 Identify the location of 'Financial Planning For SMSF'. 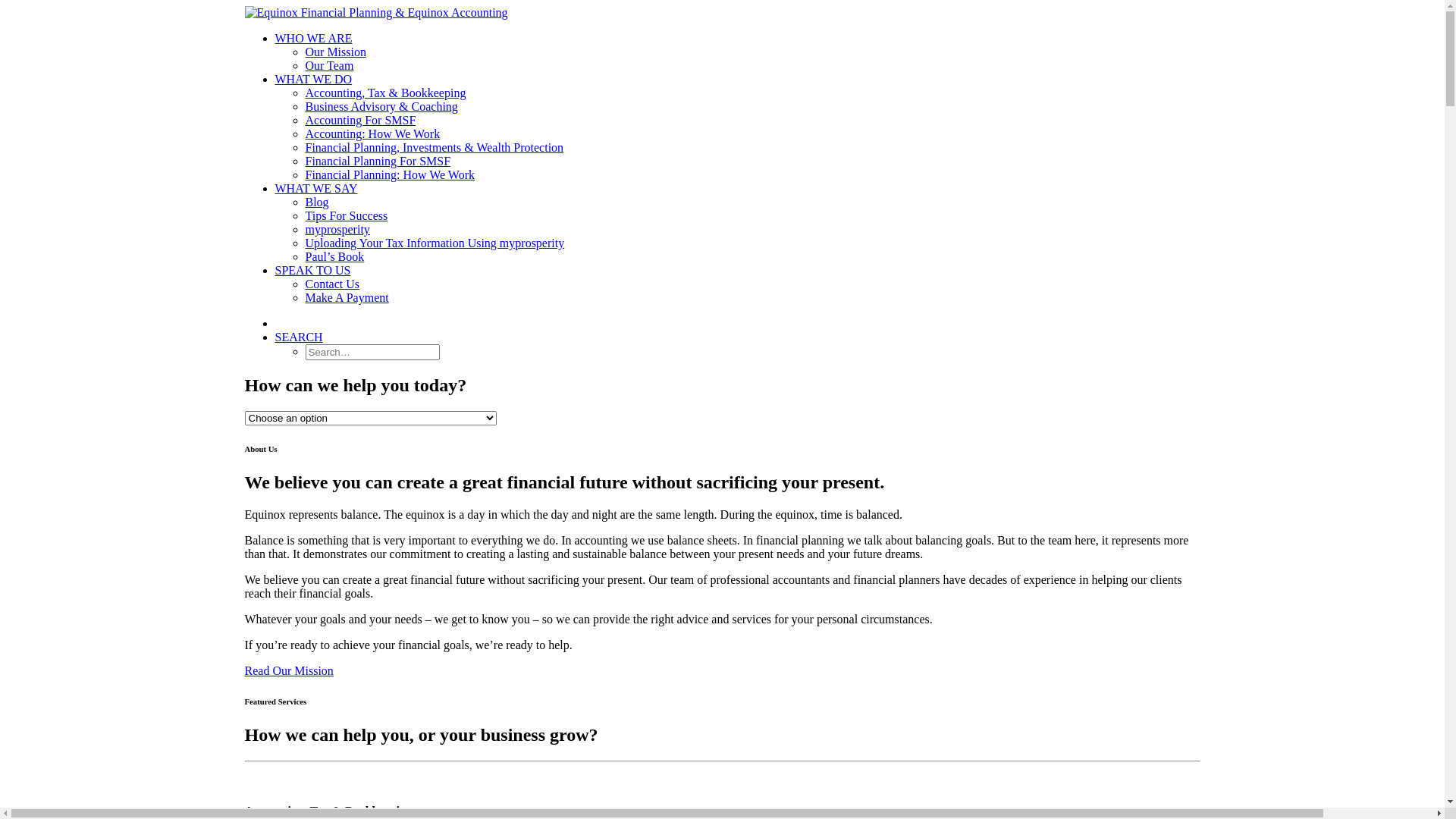
(378, 161).